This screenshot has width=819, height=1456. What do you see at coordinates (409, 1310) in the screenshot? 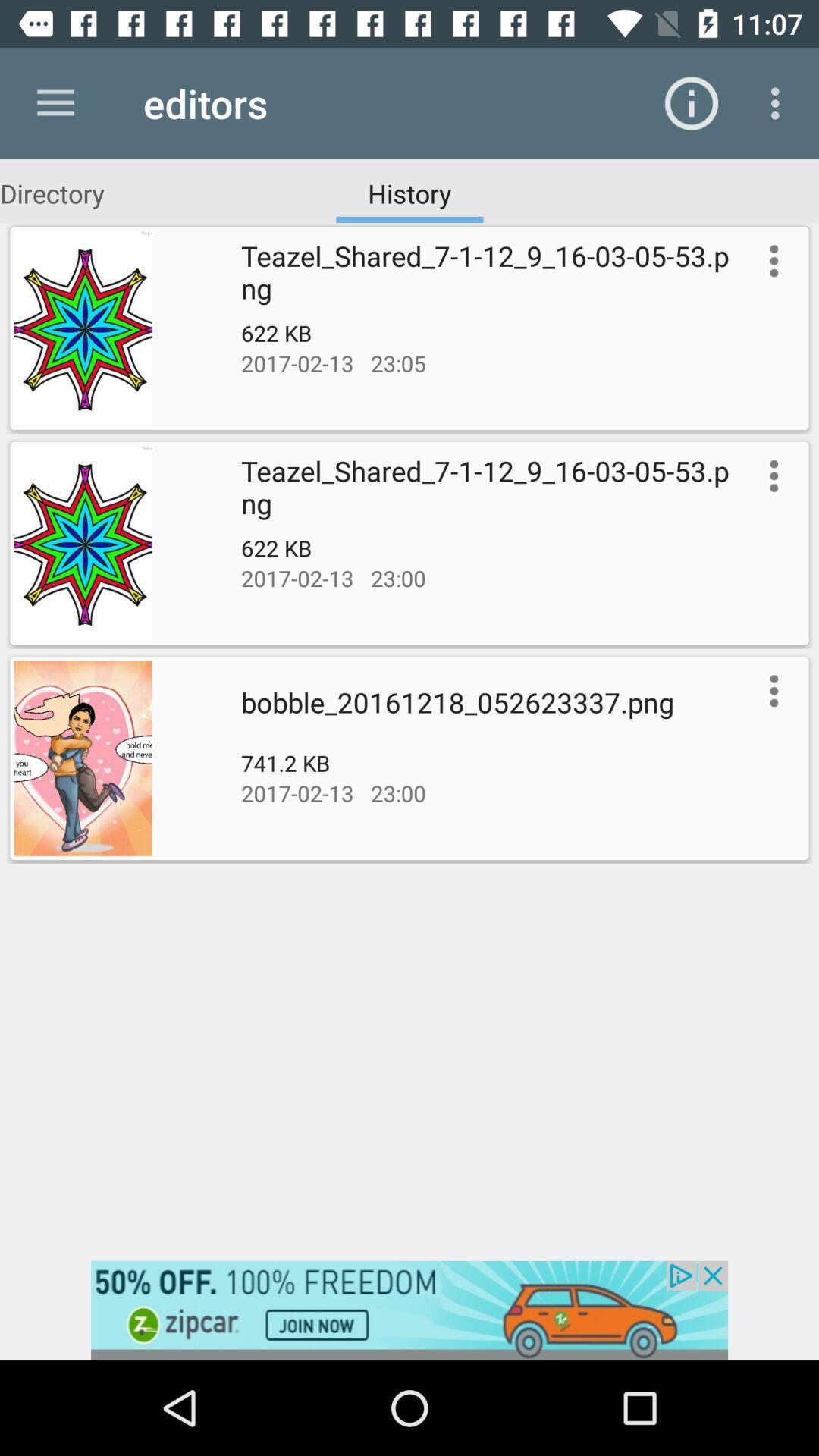
I see `advertisement` at bounding box center [409, 1310].